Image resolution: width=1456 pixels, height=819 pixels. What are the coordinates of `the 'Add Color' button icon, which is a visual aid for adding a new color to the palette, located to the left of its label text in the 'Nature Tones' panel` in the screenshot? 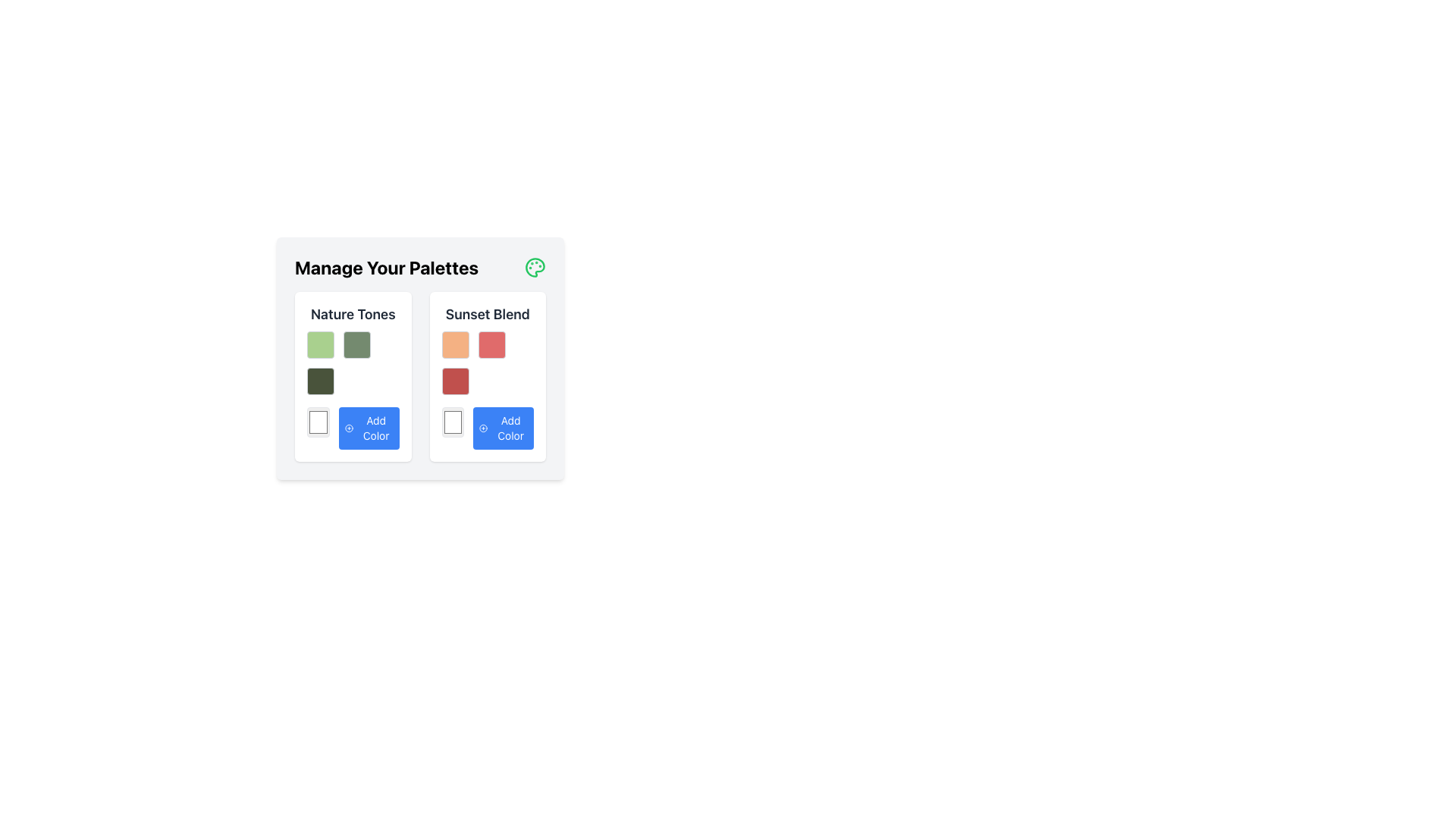 It's located at (348, 428).